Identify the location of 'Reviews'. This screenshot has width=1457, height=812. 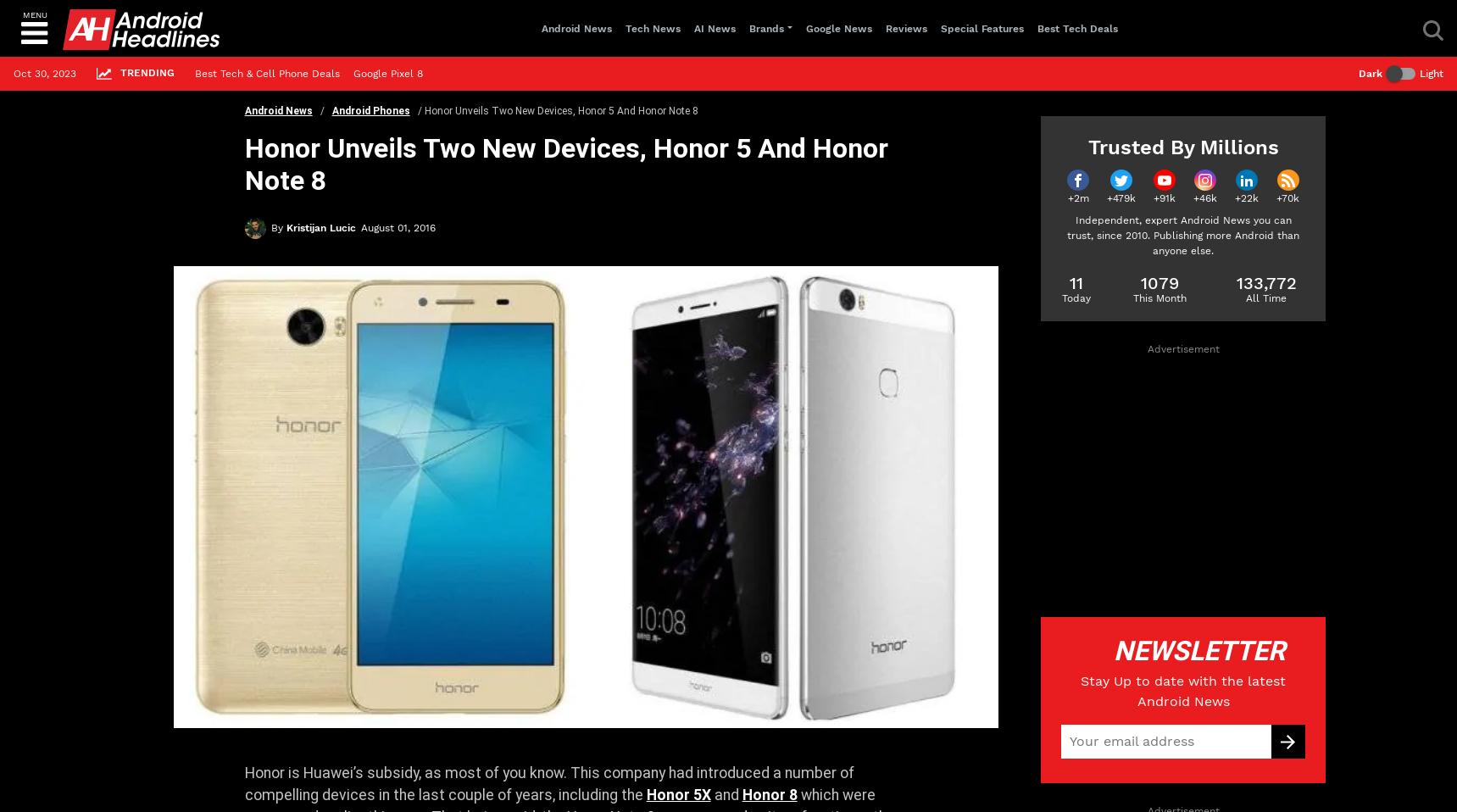
(905, 26).